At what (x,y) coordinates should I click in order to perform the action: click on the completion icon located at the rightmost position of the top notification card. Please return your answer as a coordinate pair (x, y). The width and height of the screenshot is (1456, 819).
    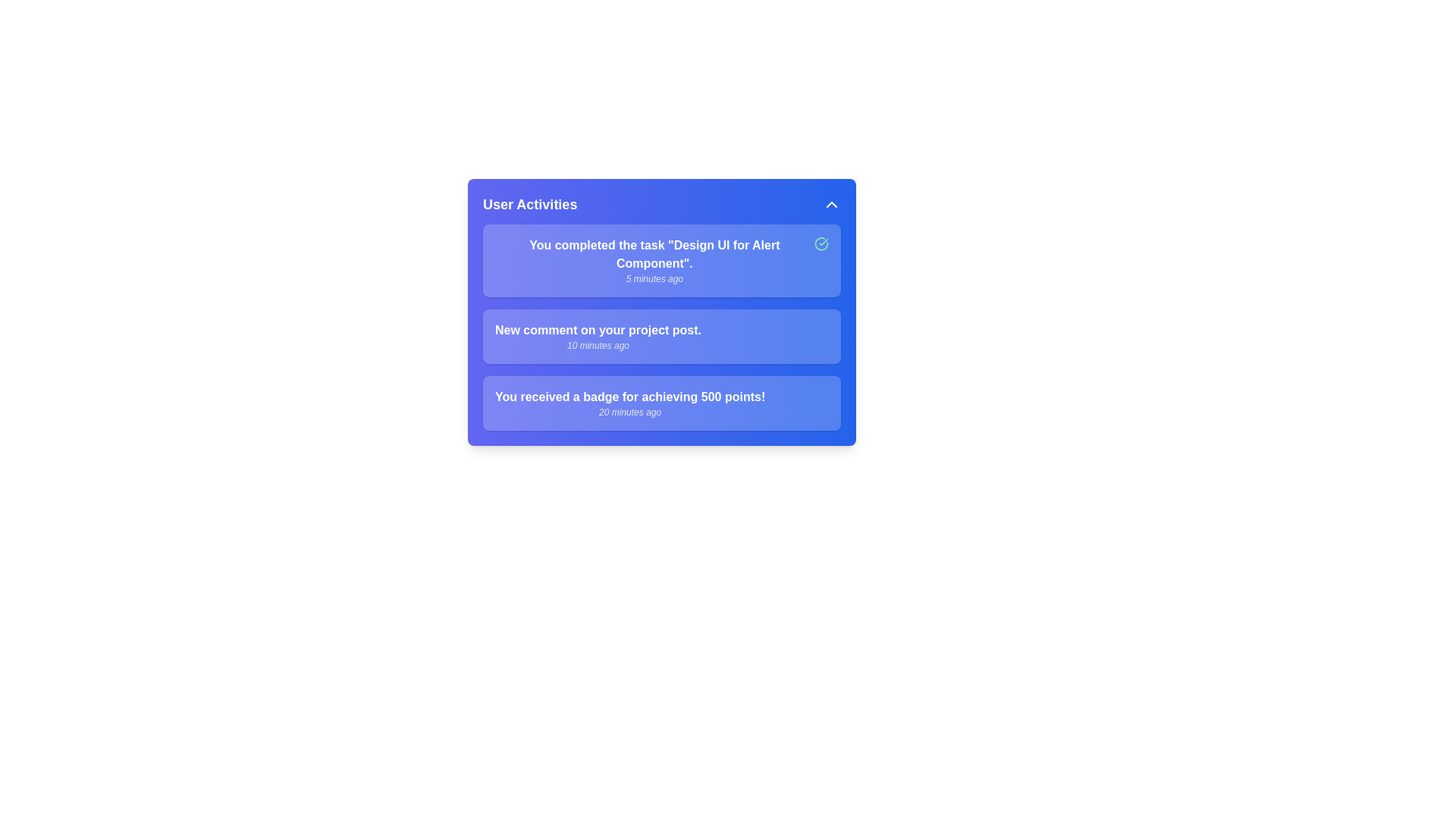
    Looking at the image, I should click on (821, 243).